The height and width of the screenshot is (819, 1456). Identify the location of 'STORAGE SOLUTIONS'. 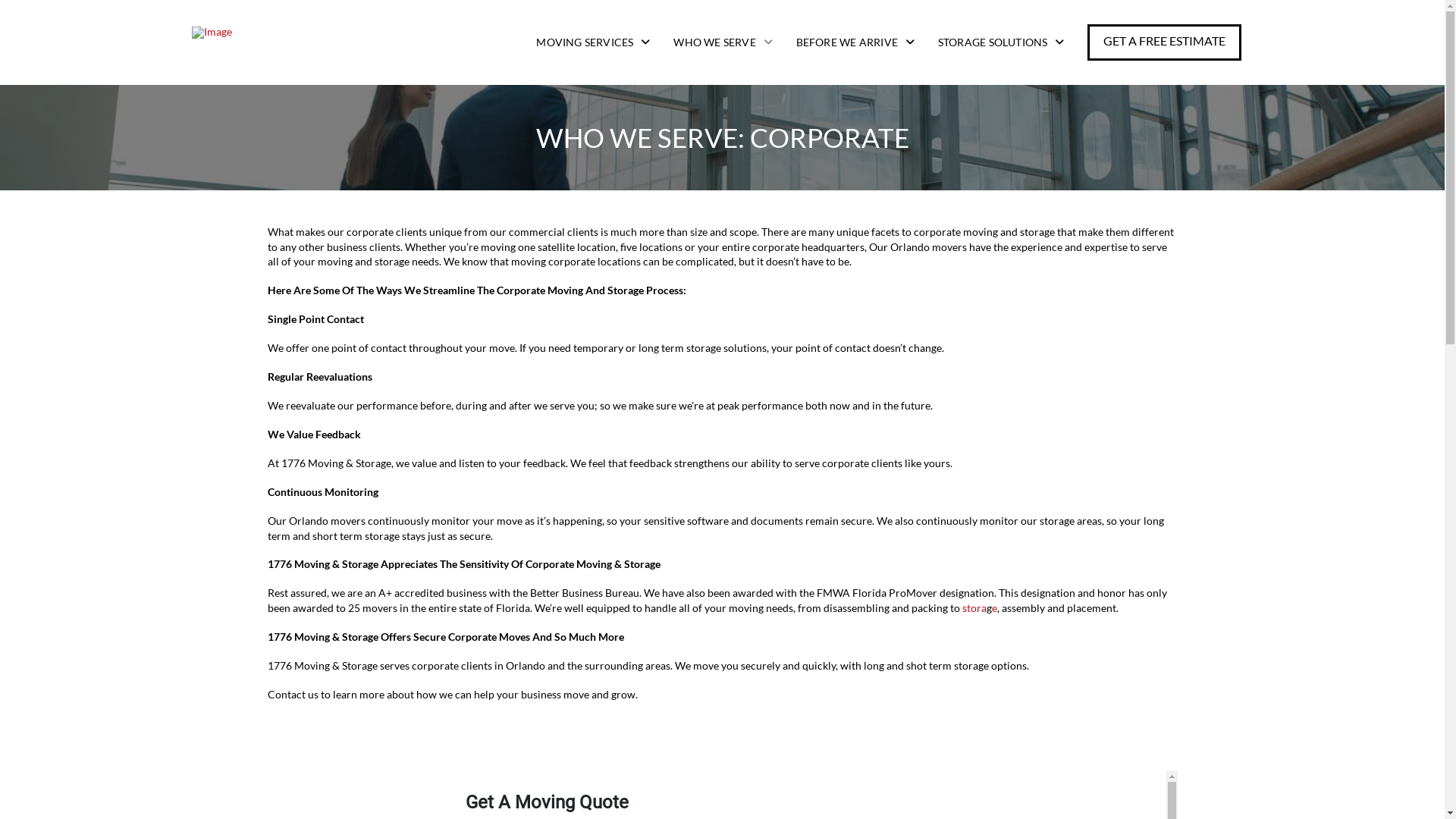
(924, 42).